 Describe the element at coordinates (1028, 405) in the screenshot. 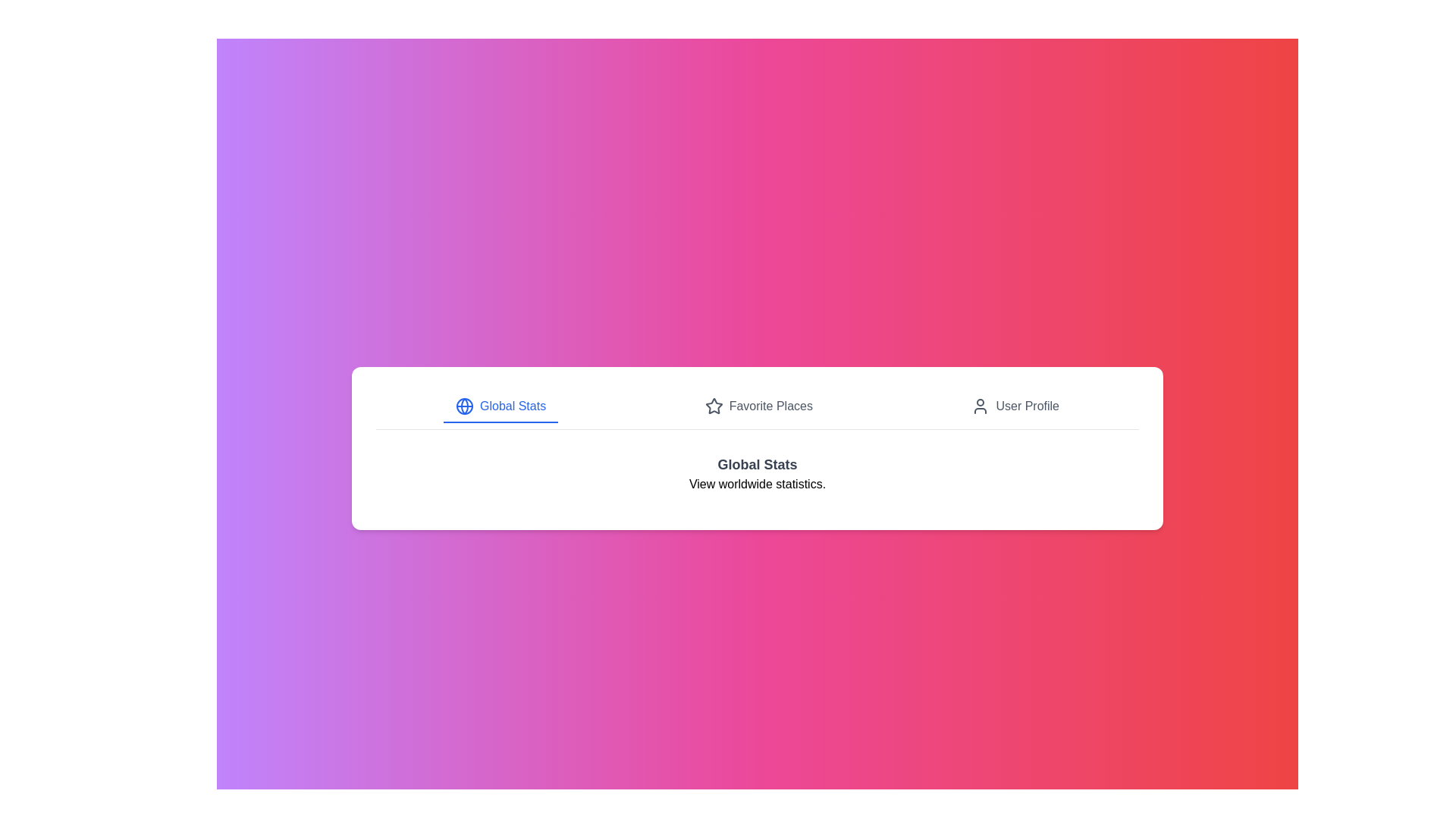

I see `the 'User Profile' text label located in the top navigation bar at the far right` at that location.